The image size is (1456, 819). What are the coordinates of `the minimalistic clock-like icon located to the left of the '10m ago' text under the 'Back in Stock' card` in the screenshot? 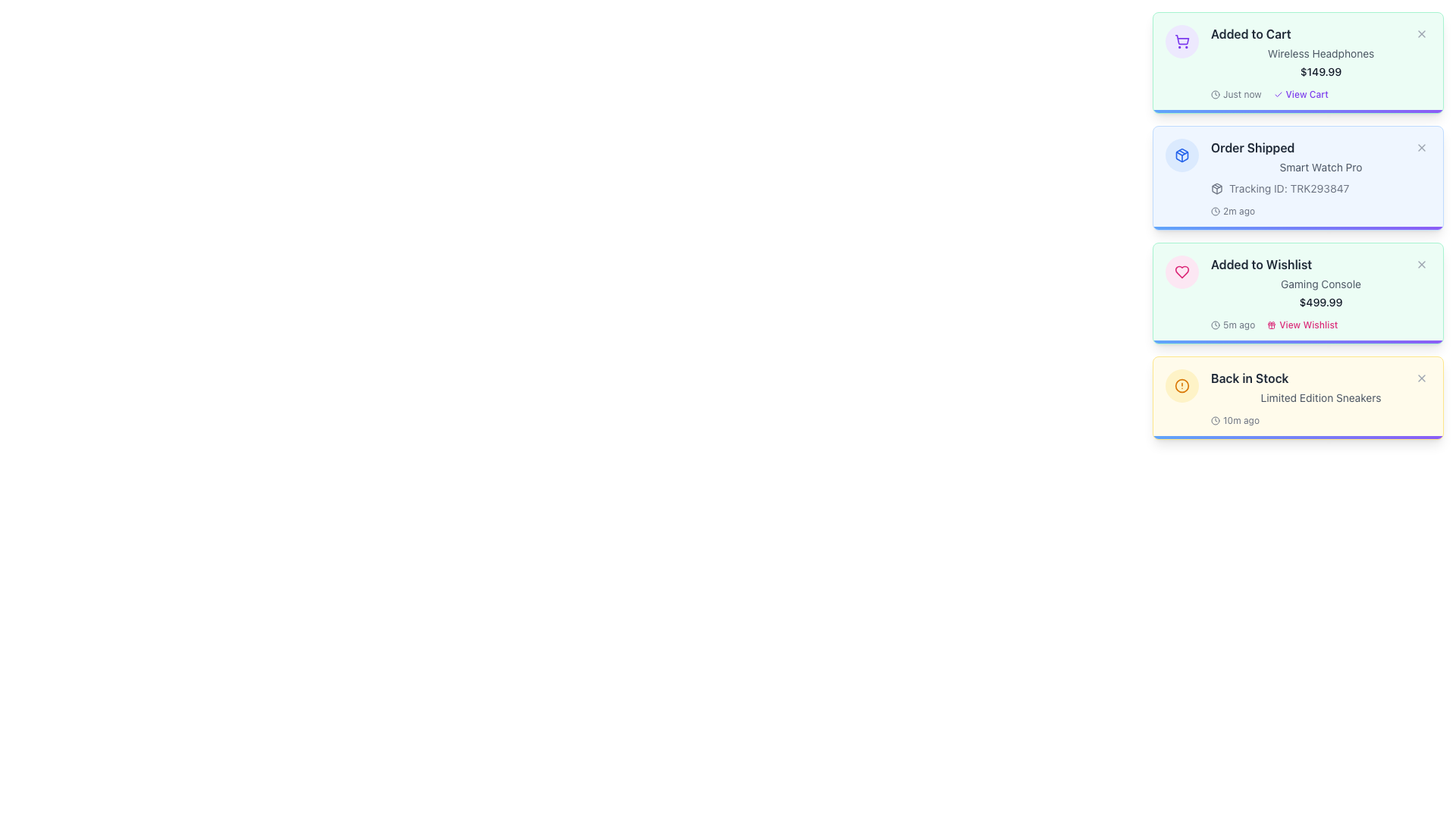 It's located at (1216, 421).